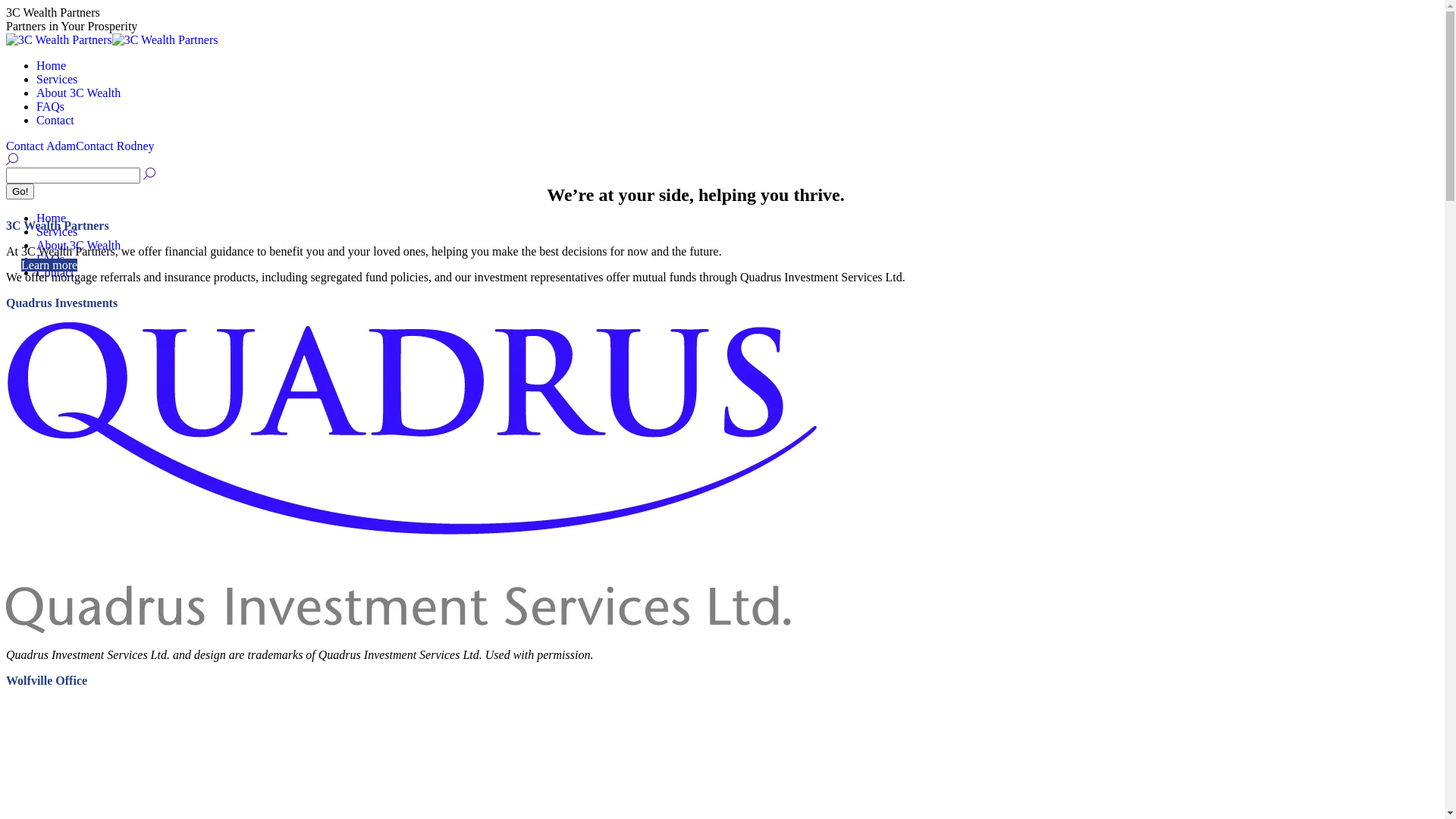 The height and width of the screenshot is (819, 1456). I want to click on 'About 3C Wealth', so click(77, 93).